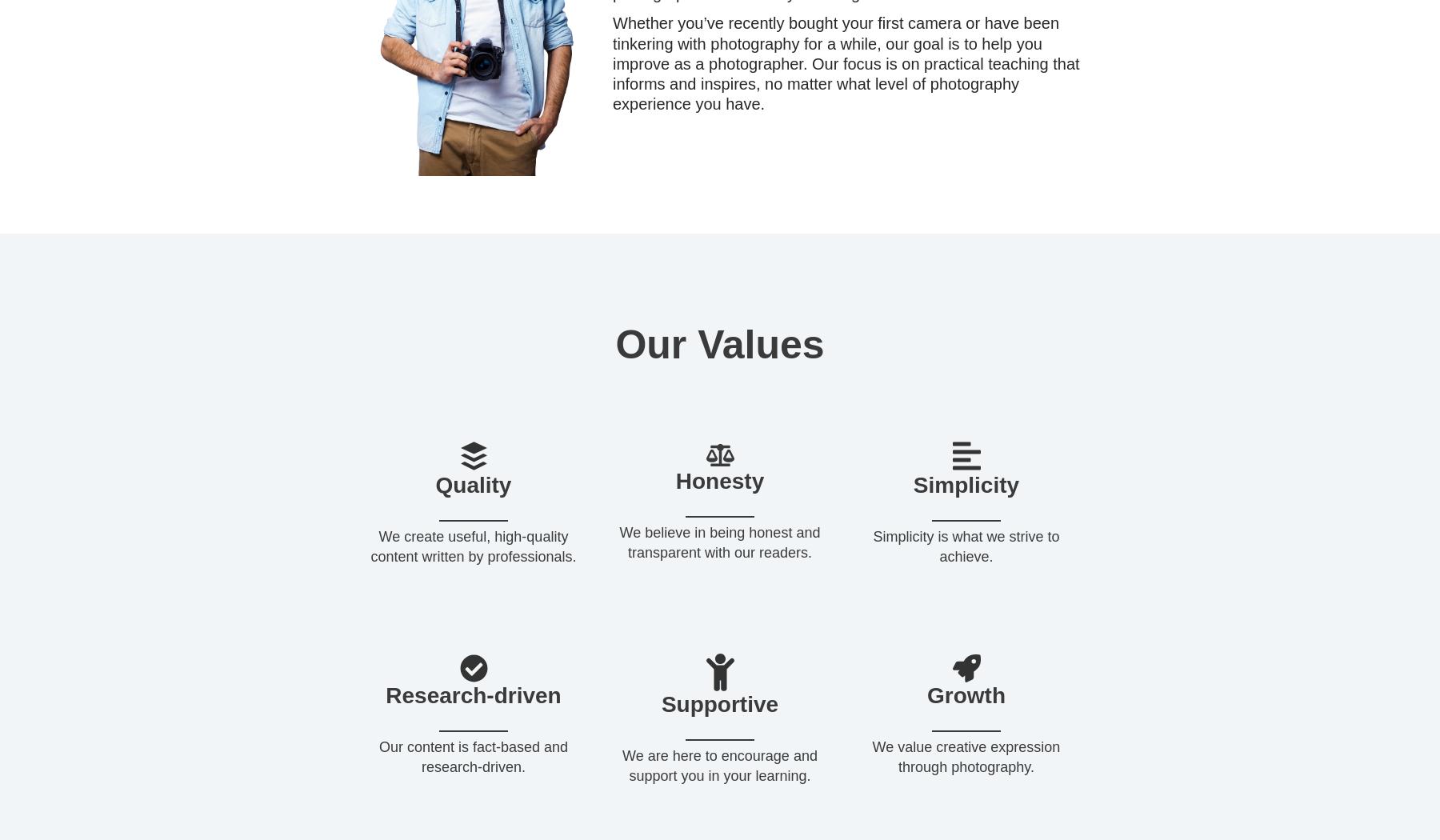  Describe the element at coordinates (719, 703) in the screenshot. I see `'Supportive'` at that location.